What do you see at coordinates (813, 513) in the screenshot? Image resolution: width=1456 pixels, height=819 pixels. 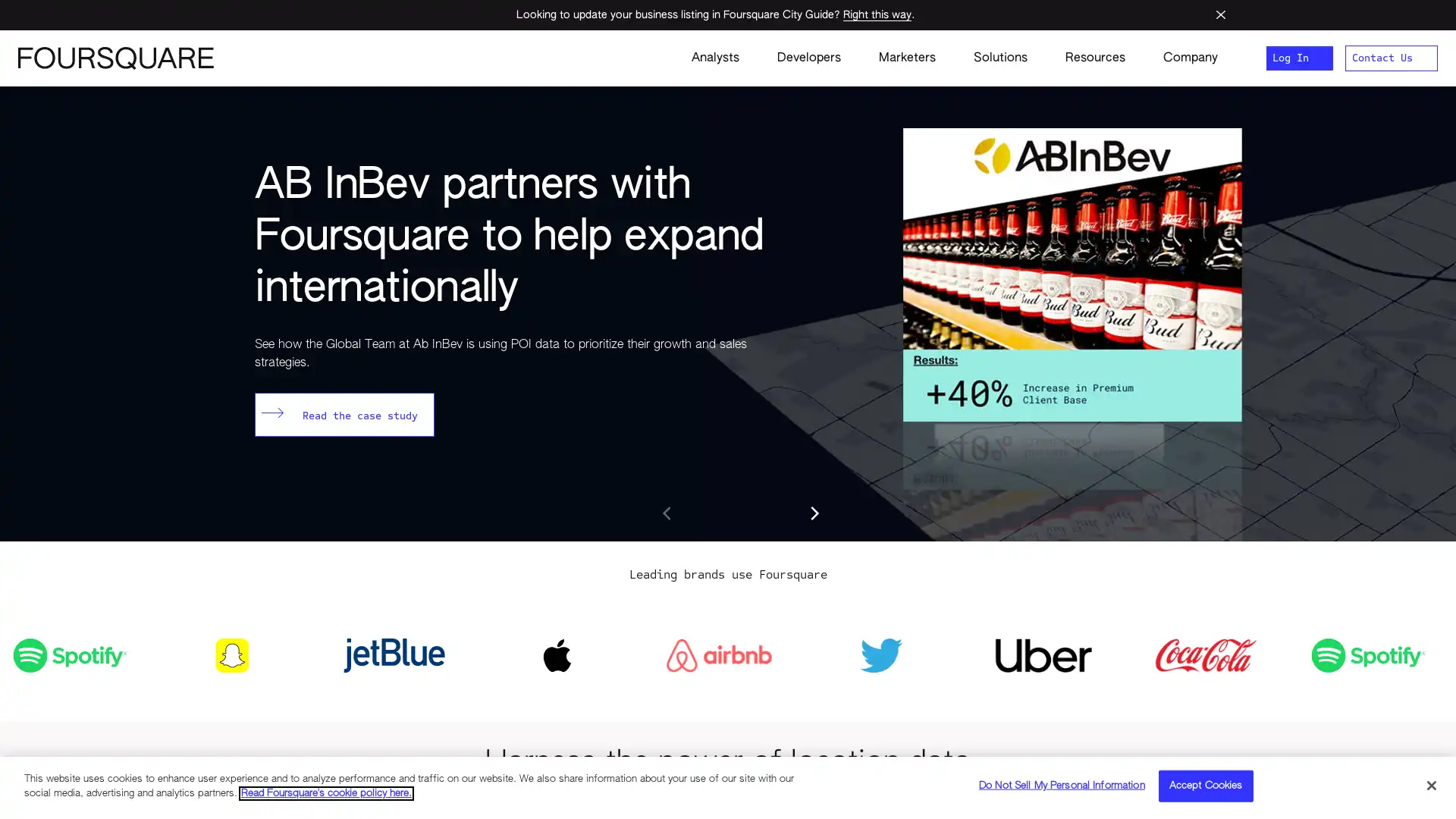 I see `Next` at bounding box center [813, 513].